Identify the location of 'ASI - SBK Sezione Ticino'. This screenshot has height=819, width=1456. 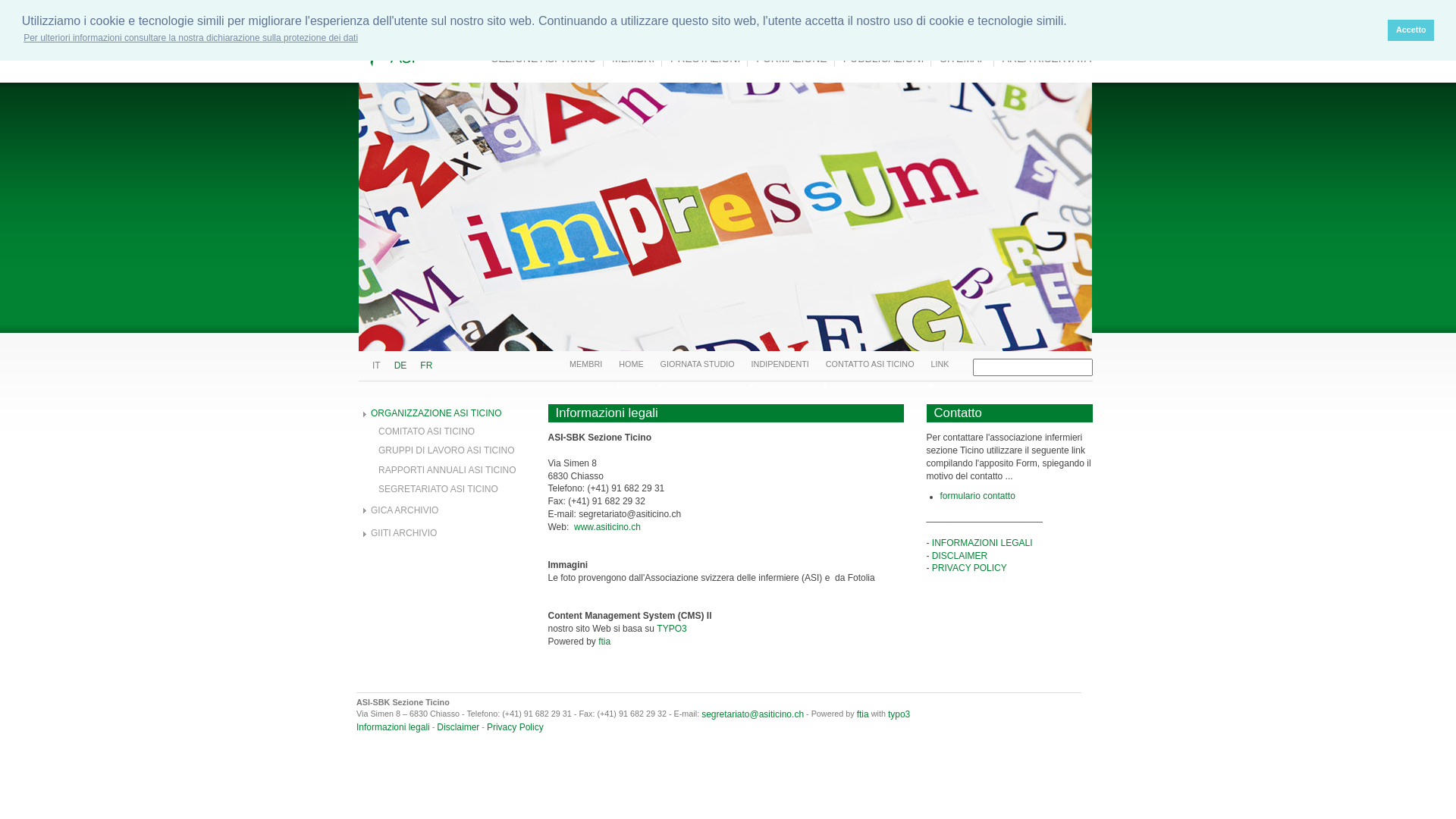
(495, 39).